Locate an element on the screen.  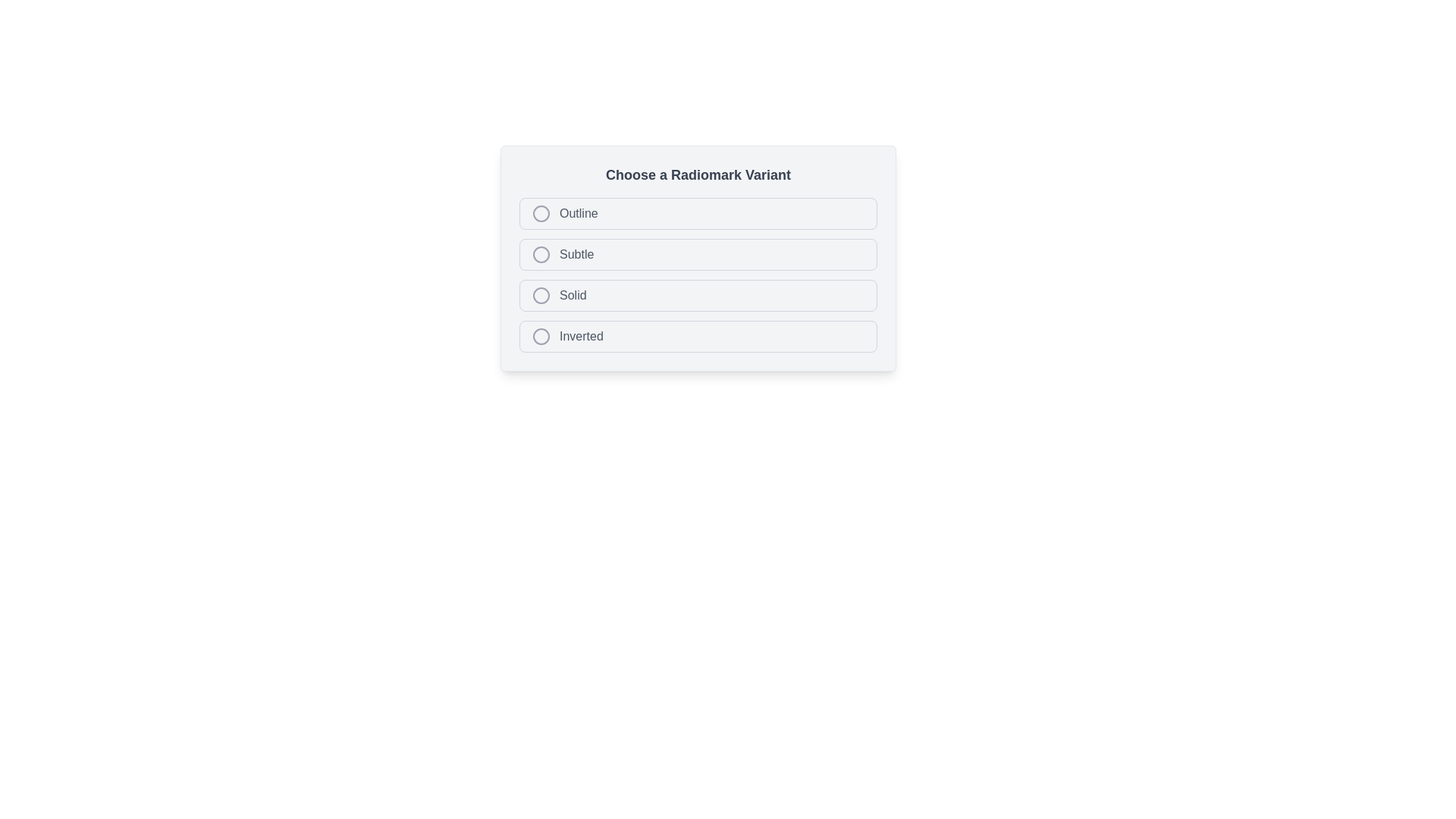
the circular radio button indicator located to the left of the text 'Solid' is located at coordinates (541, 295).